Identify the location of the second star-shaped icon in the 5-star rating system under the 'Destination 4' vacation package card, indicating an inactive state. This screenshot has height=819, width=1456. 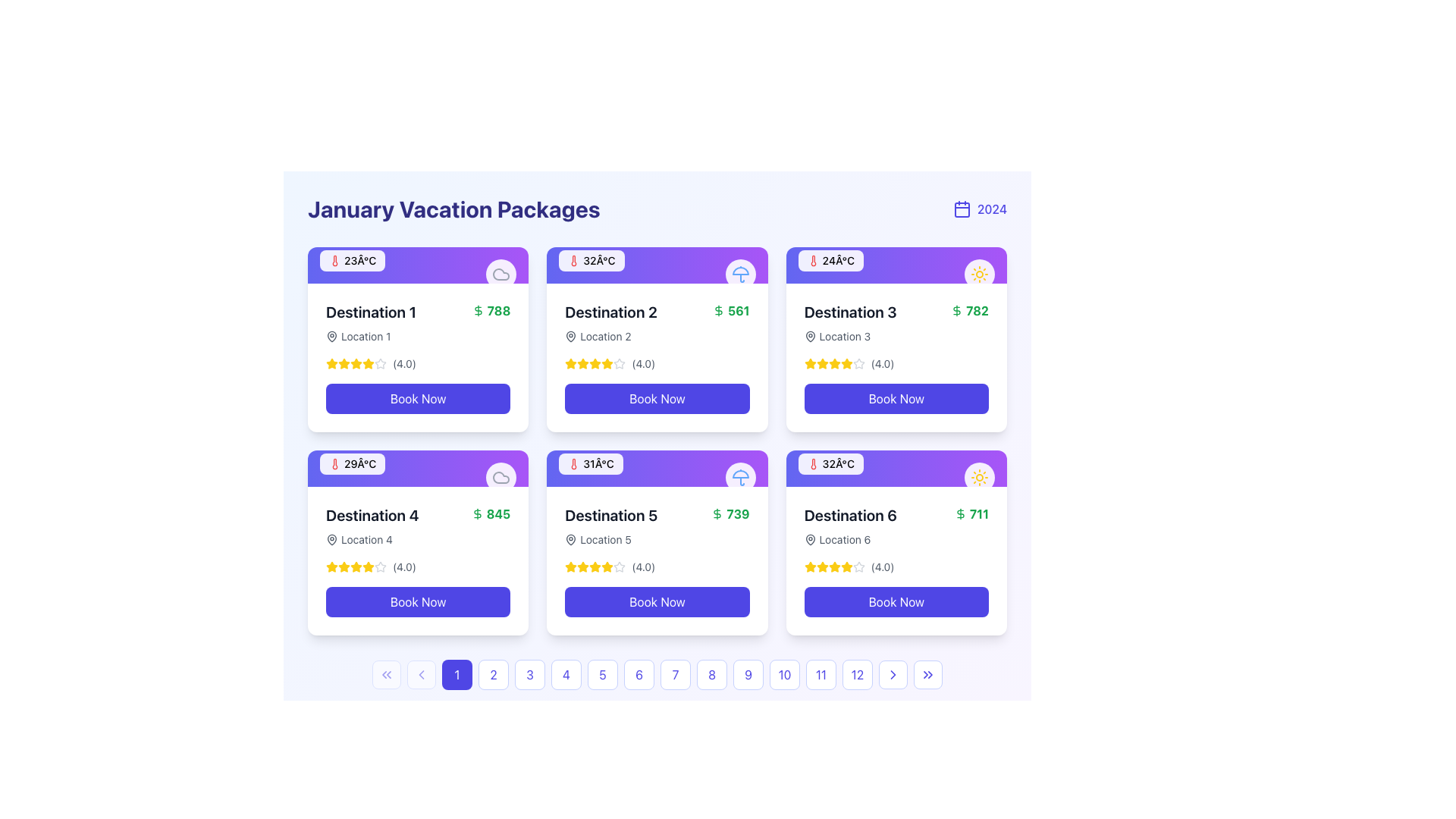
(381, 566).